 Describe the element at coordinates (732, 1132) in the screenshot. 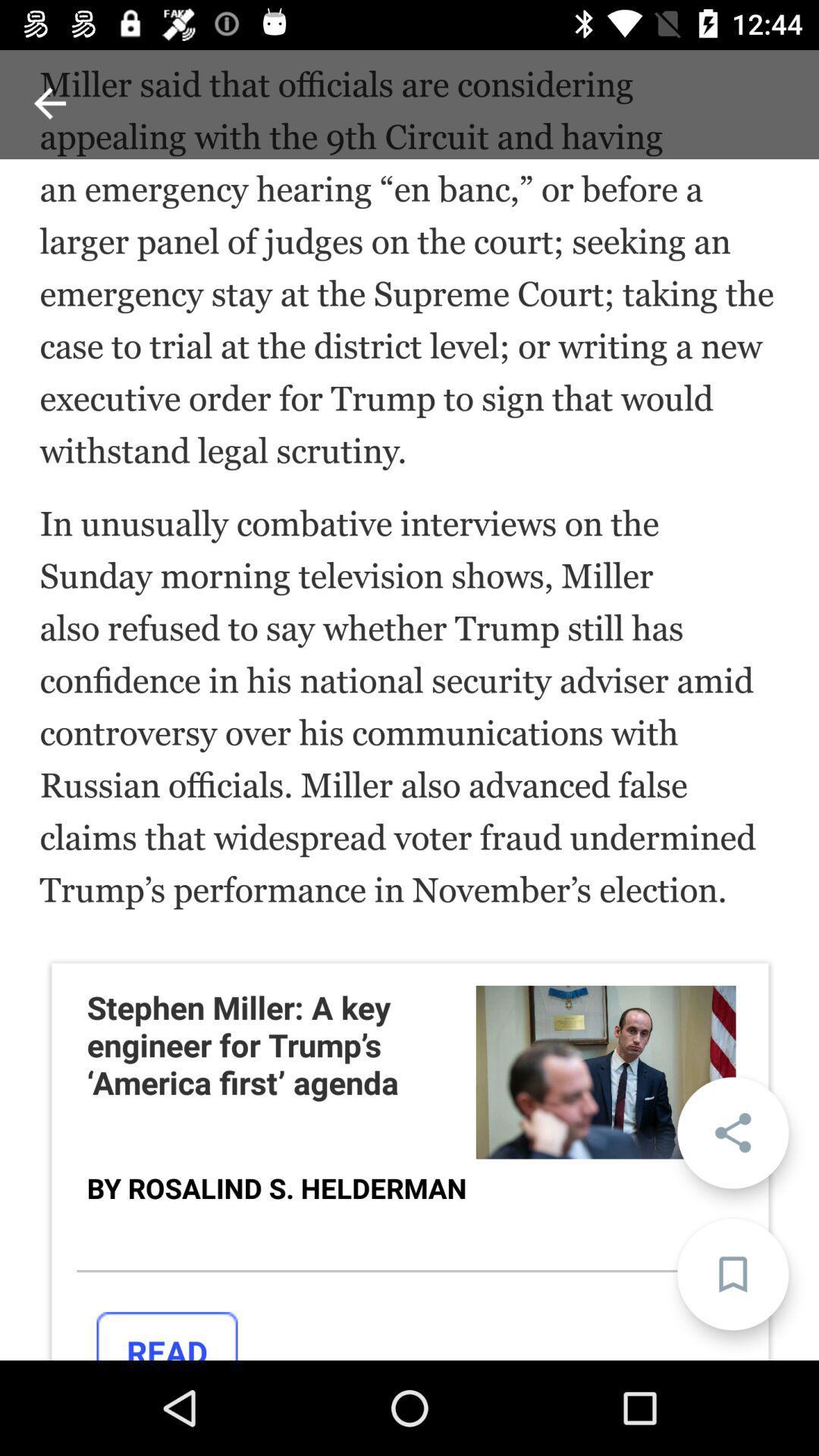

I see `the share icon` at that location.